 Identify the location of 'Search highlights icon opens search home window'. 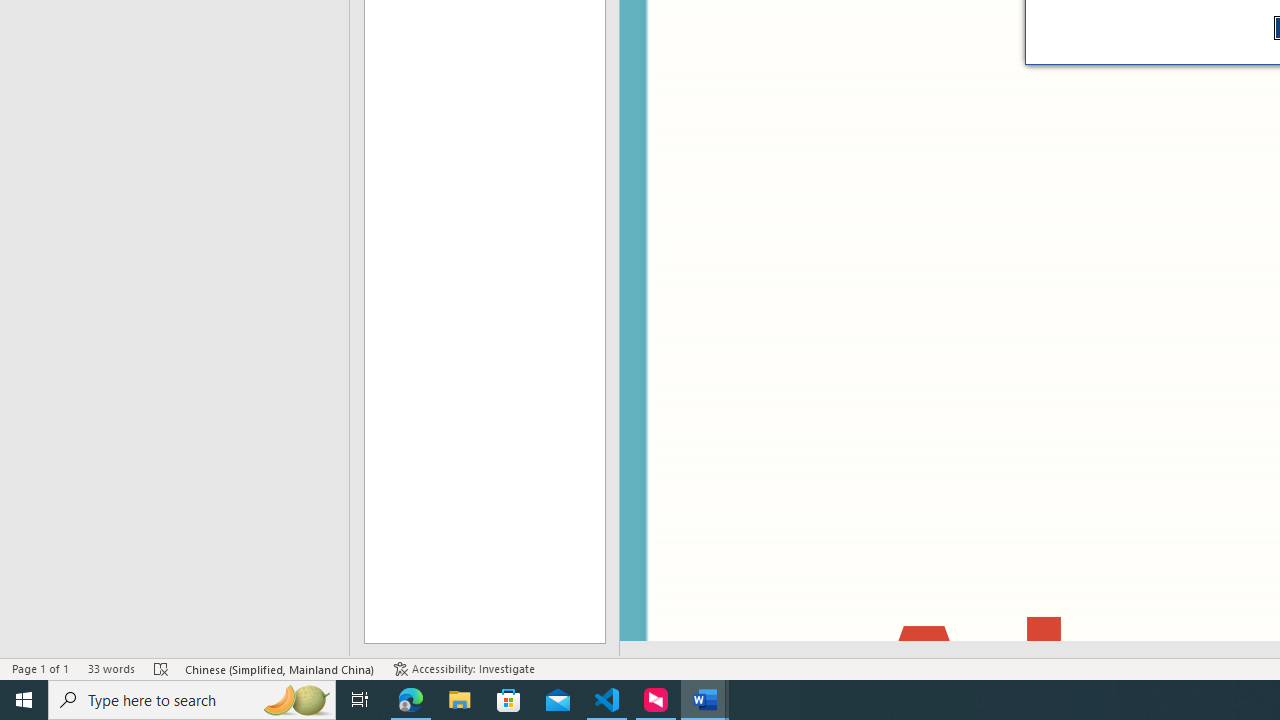
(294, 698).